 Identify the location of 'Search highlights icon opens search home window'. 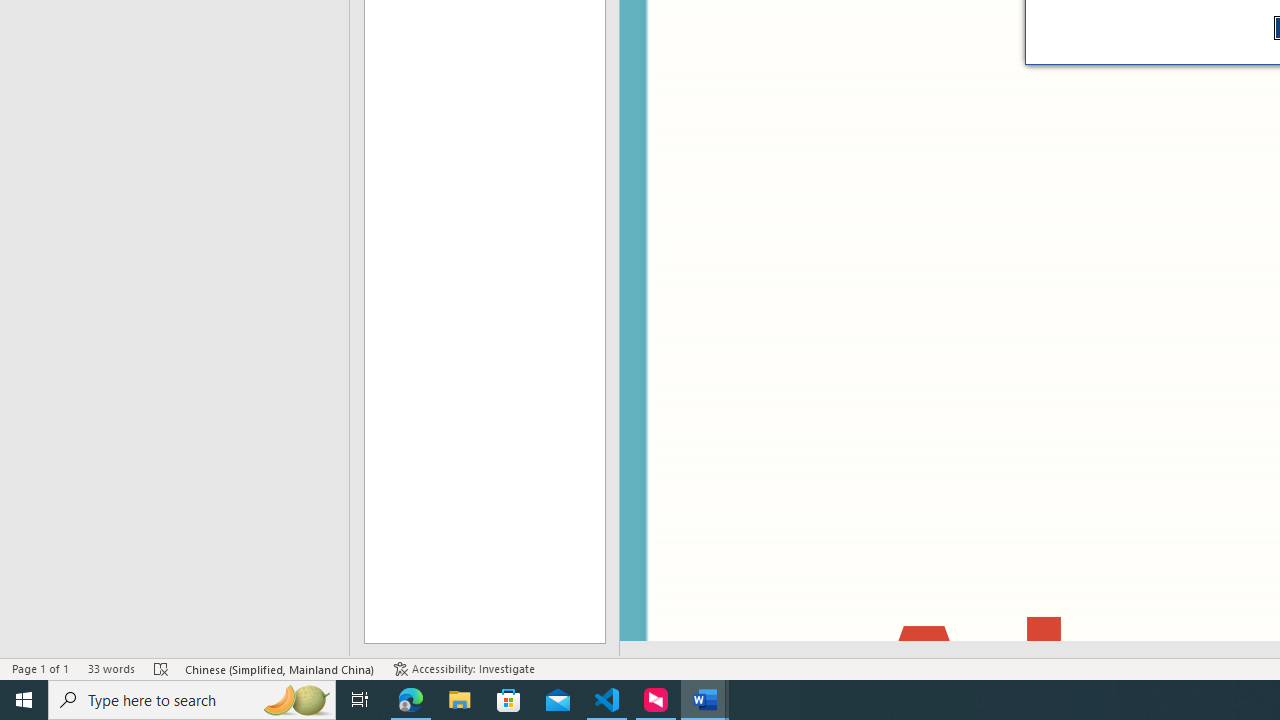
(294, 698).